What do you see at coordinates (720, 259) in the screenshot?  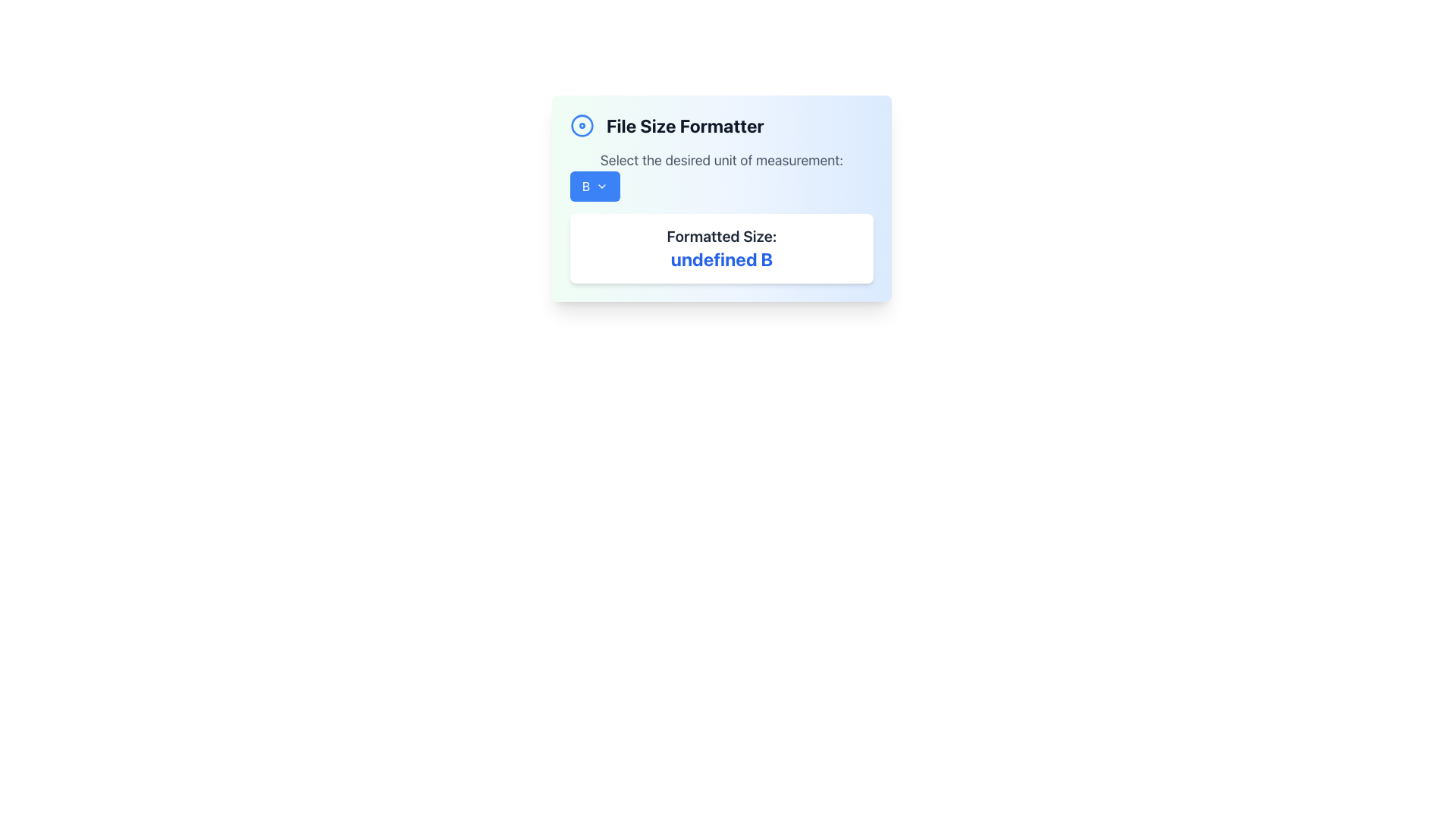 I see `text content displayed in the formatted size value text display, which is located within a white box with rounded corners below the label 'Formatted Size:'` at bounding box center [720, 259].